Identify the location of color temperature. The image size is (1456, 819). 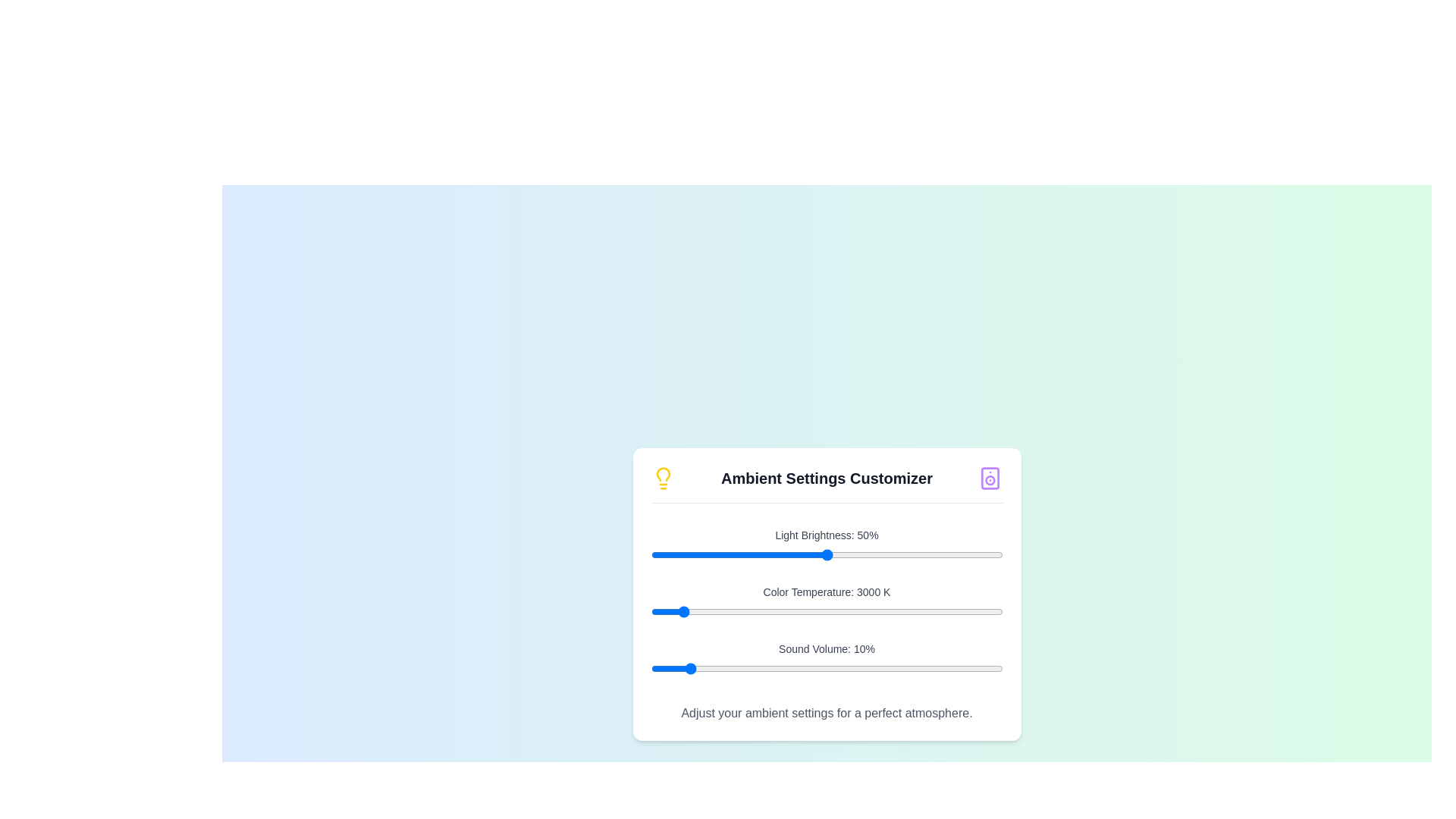
(709, 610).